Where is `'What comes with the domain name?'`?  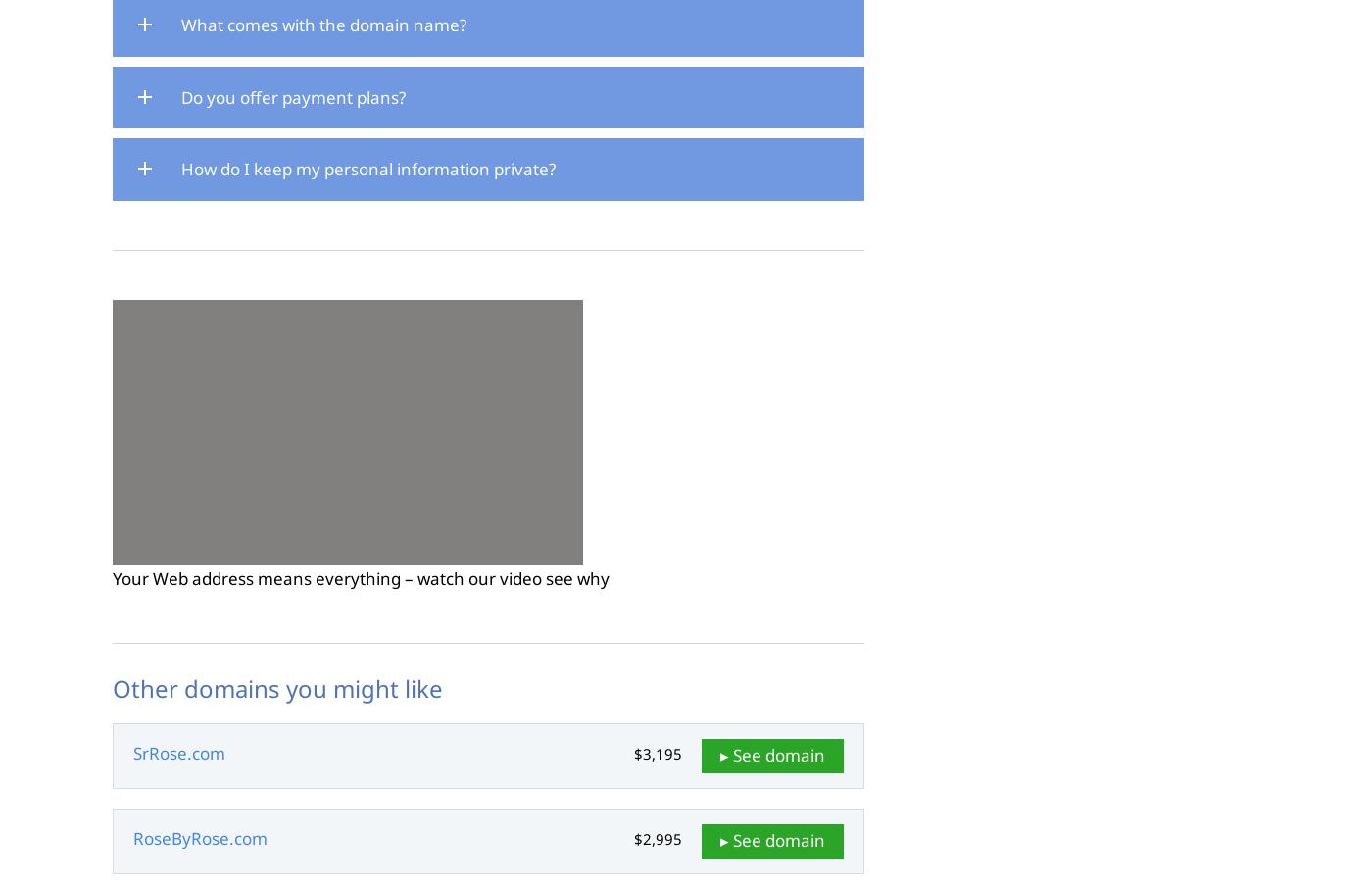
'What comes with the domain name?' is located at coordinates (323, 23).